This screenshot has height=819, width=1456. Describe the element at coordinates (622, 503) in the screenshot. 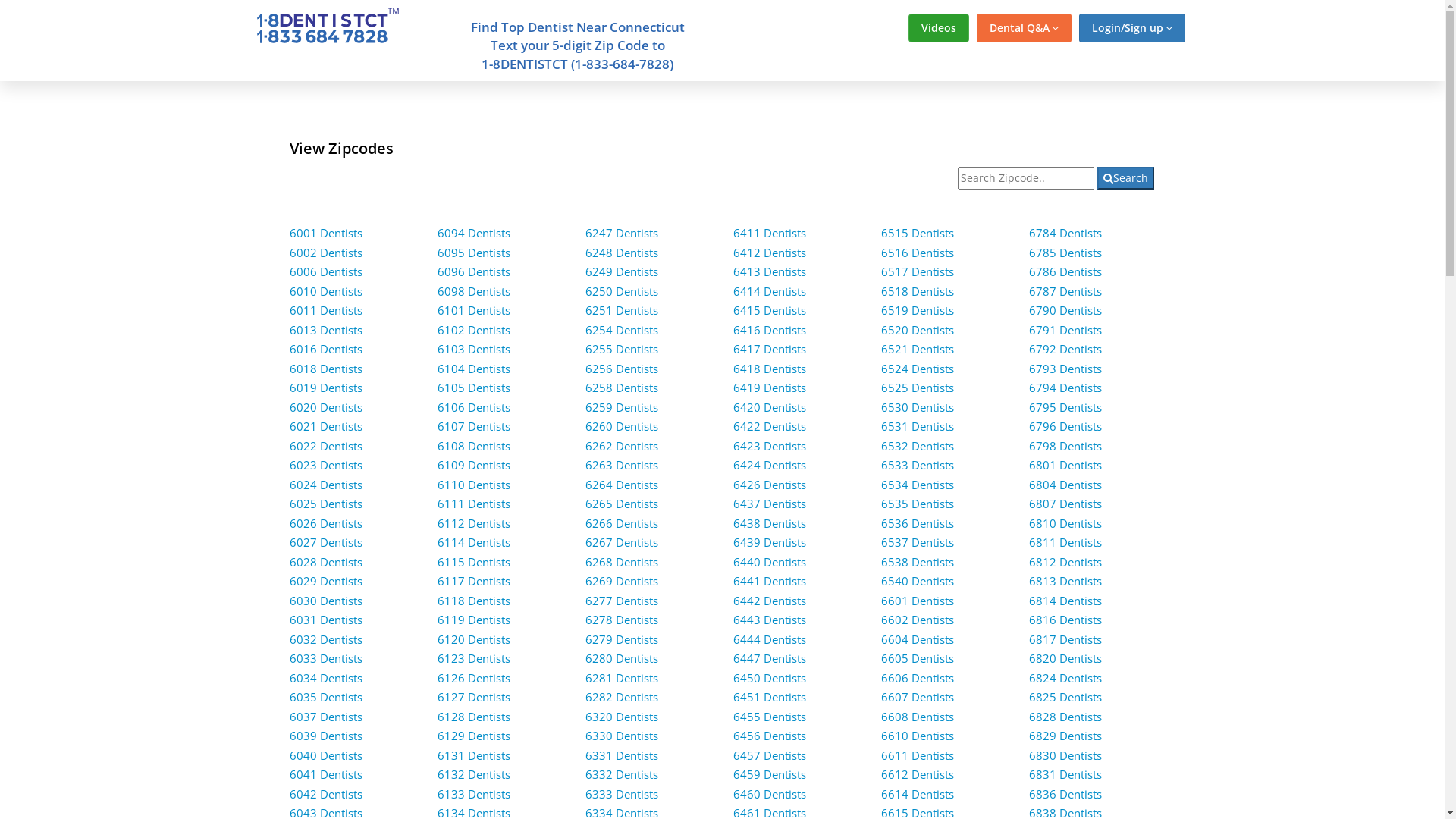

I see `'6265 Dentists'` at that location.